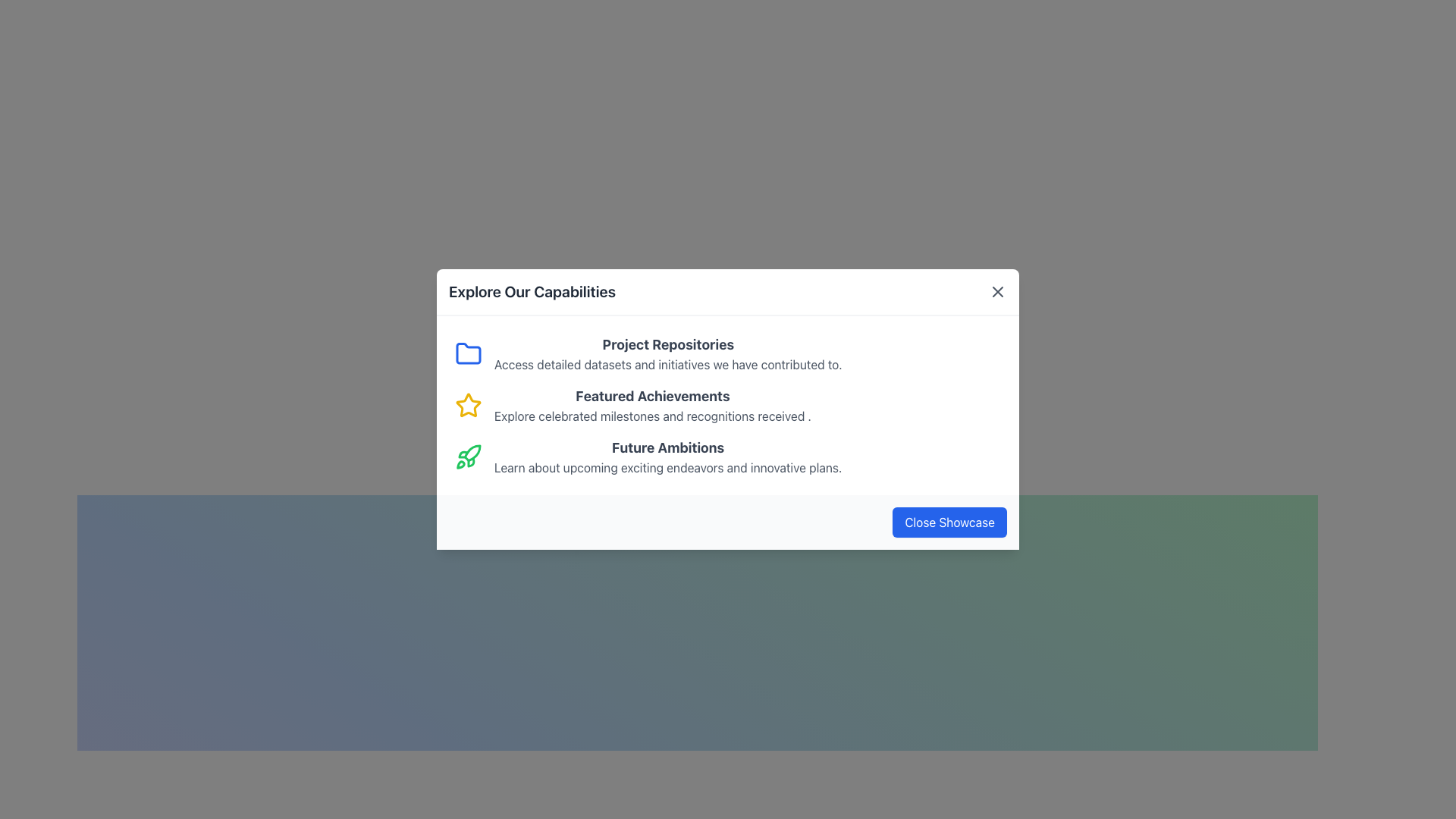  I want to click on the informational label located in the third row under the 'Explore Our Capabilities' section, to the right of the green leaf-like icon, for further details, so click(667, 456).